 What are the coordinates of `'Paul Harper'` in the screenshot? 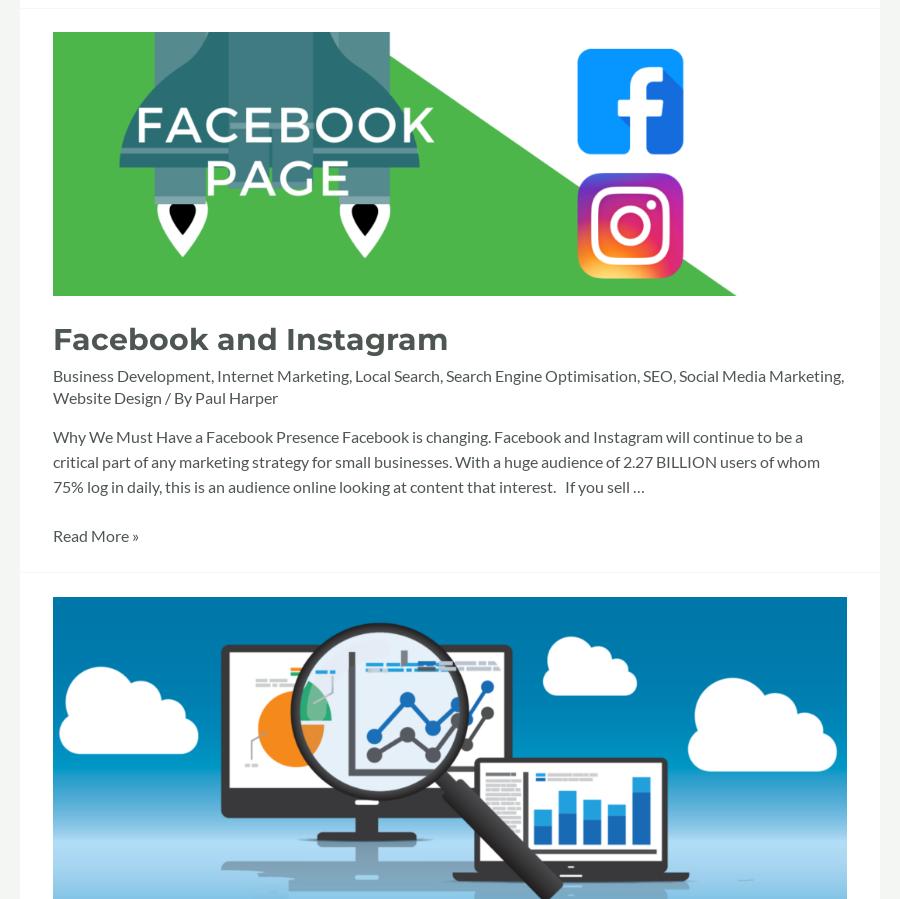 It's located at (235, 396).